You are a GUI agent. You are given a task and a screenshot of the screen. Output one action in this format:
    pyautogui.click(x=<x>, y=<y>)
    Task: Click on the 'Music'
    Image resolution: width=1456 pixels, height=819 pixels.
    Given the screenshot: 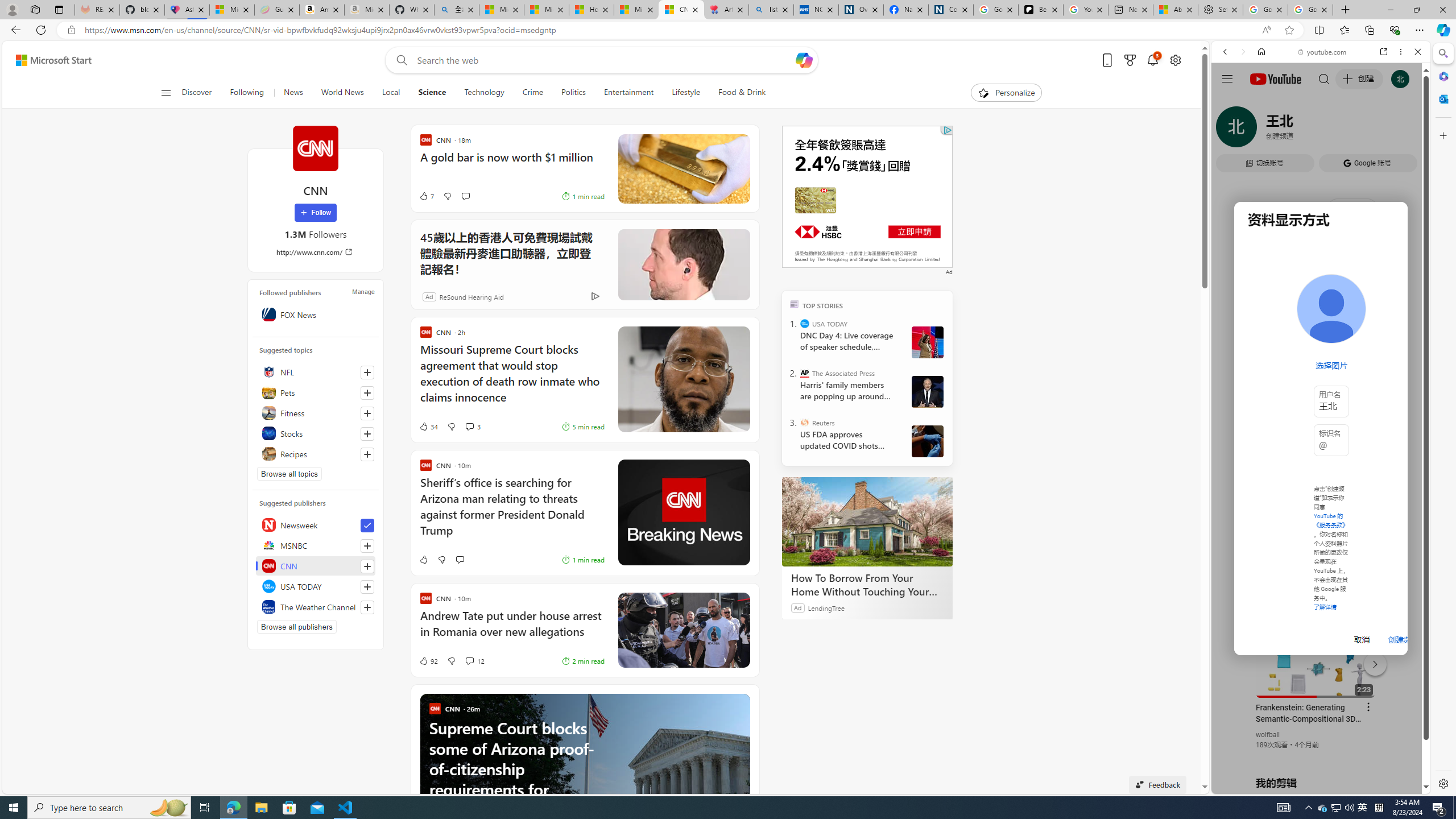 What is the action you would take?
    pyautogui.click(x=1319, y=309)
    